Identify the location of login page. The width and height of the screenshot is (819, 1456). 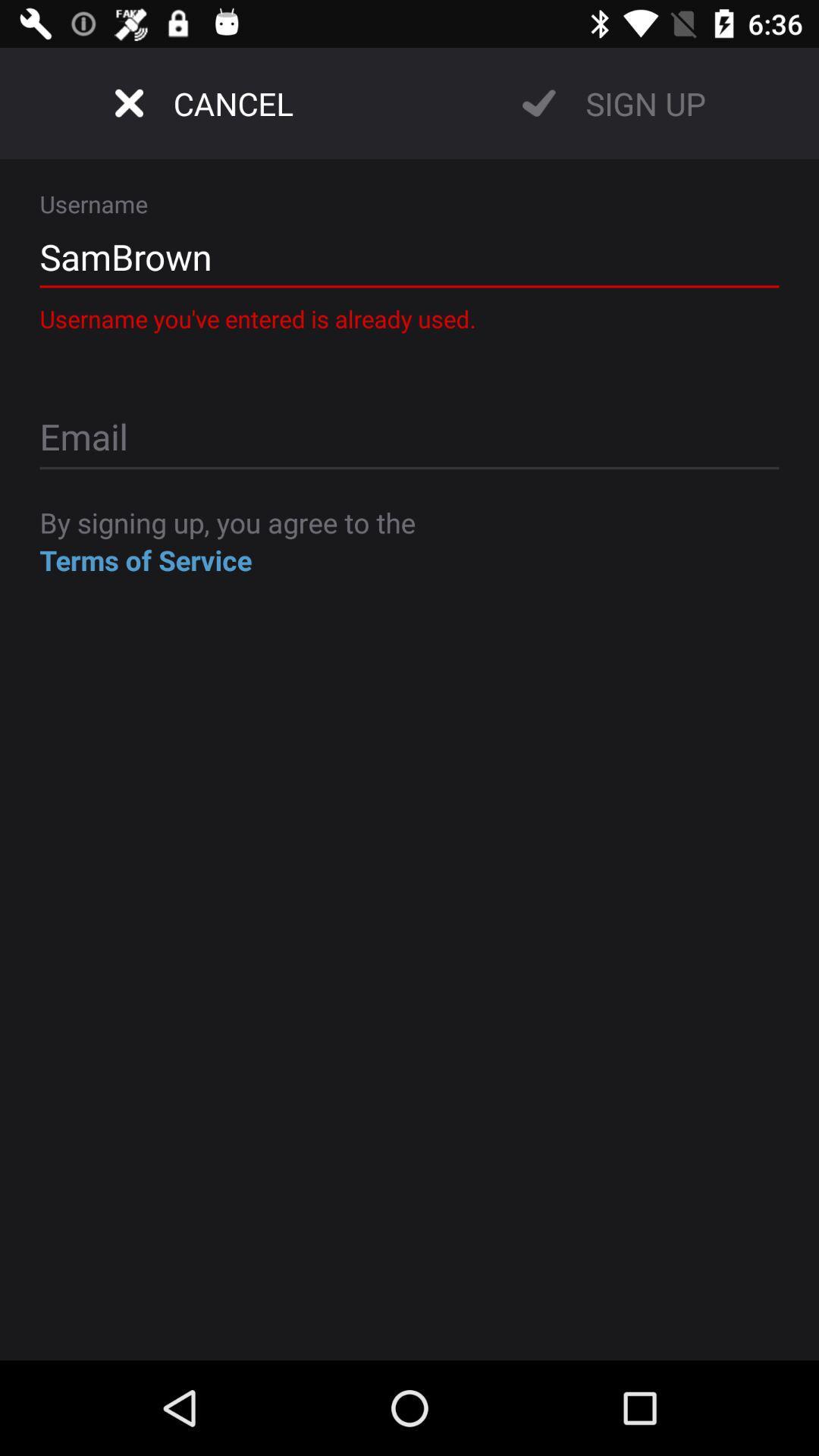
(409, 438).